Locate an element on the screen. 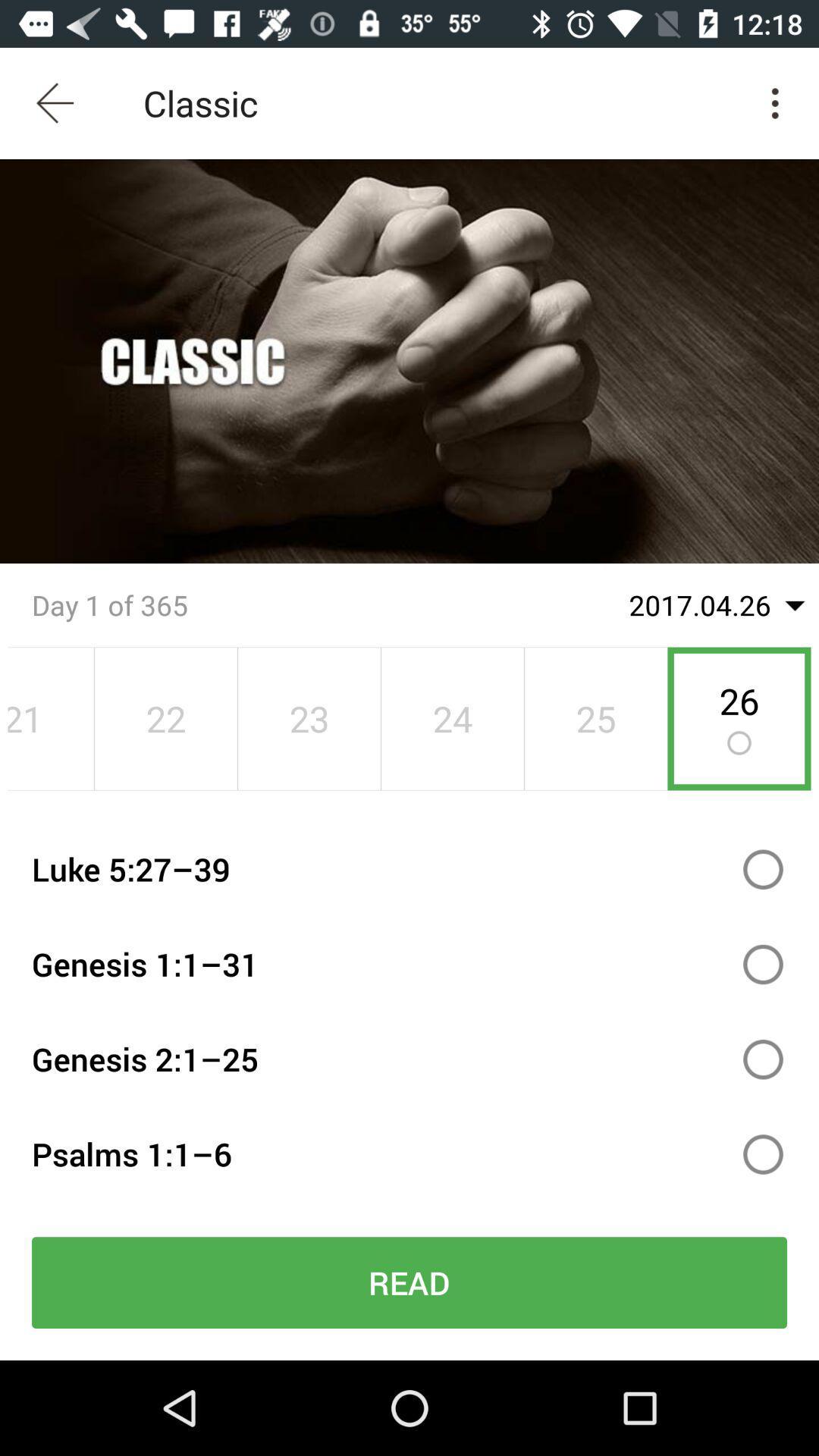  an option is located at coordinates (763, 964).